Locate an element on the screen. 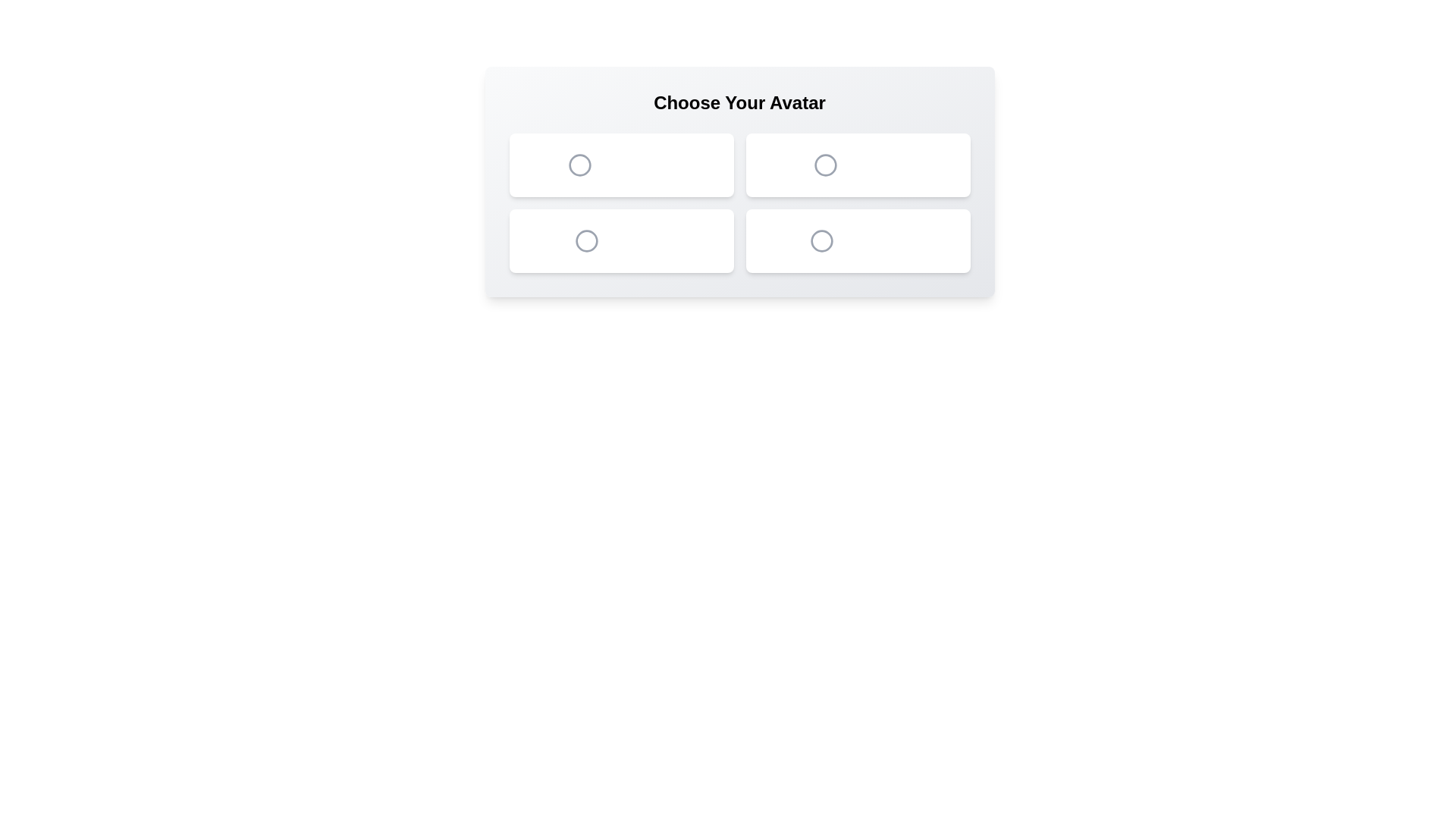  the icon on the left side of the 'Adventurer' selection box is located at coordinates (579, 165).